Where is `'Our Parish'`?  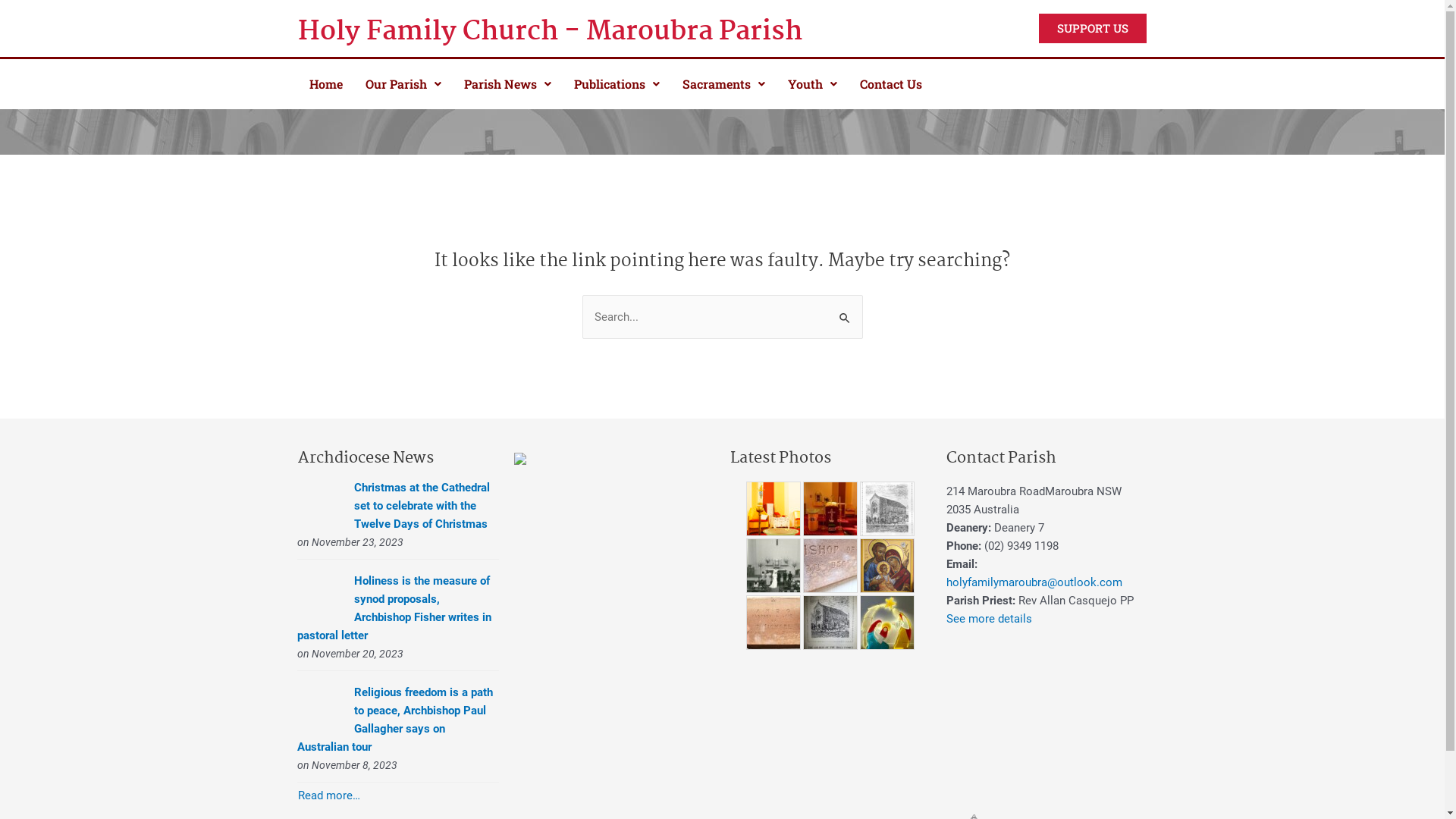 'Our Parish' is located at coordinates (403, 84).